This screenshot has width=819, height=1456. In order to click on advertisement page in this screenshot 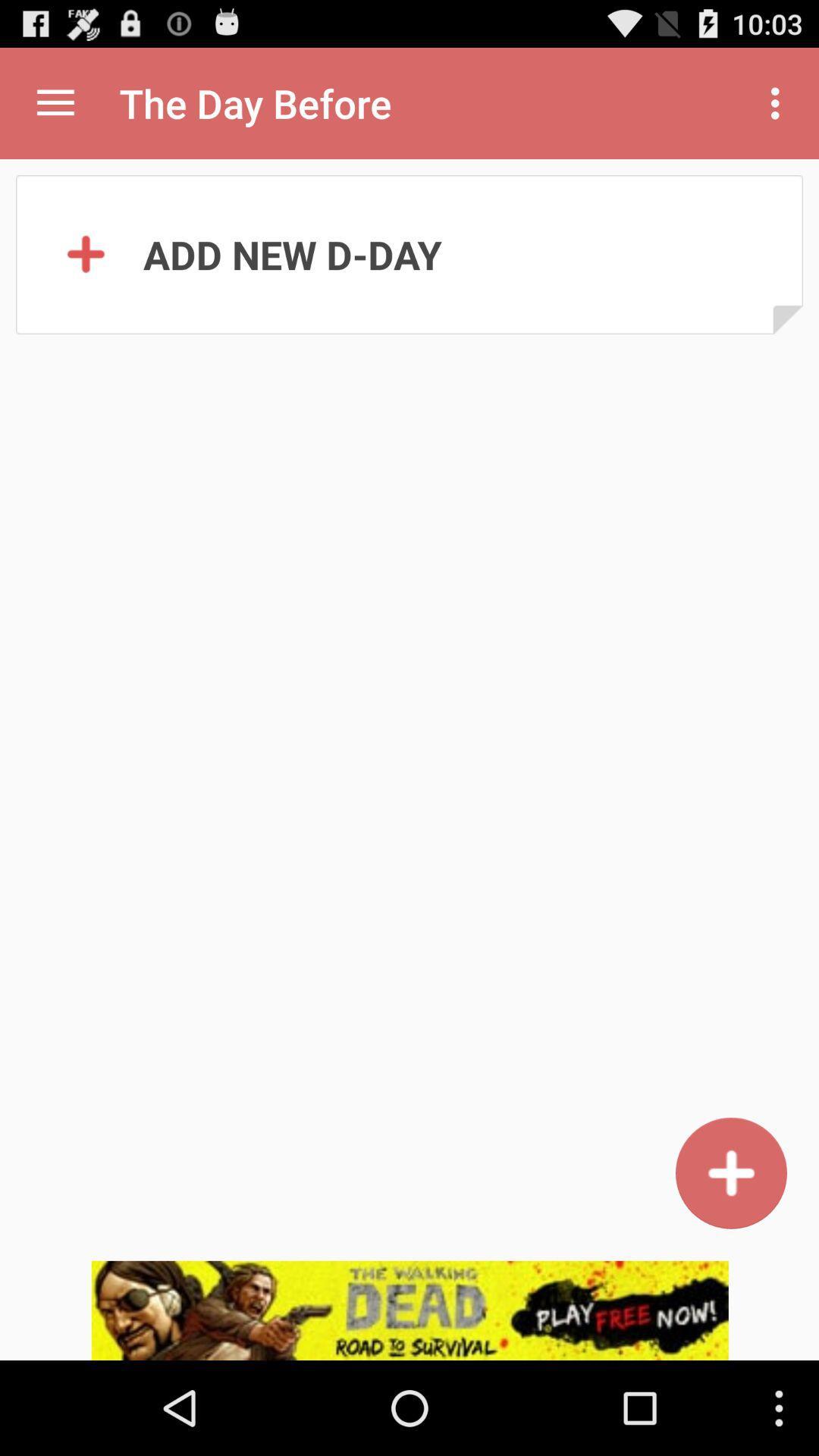, I will do `click(409, 1310)`.